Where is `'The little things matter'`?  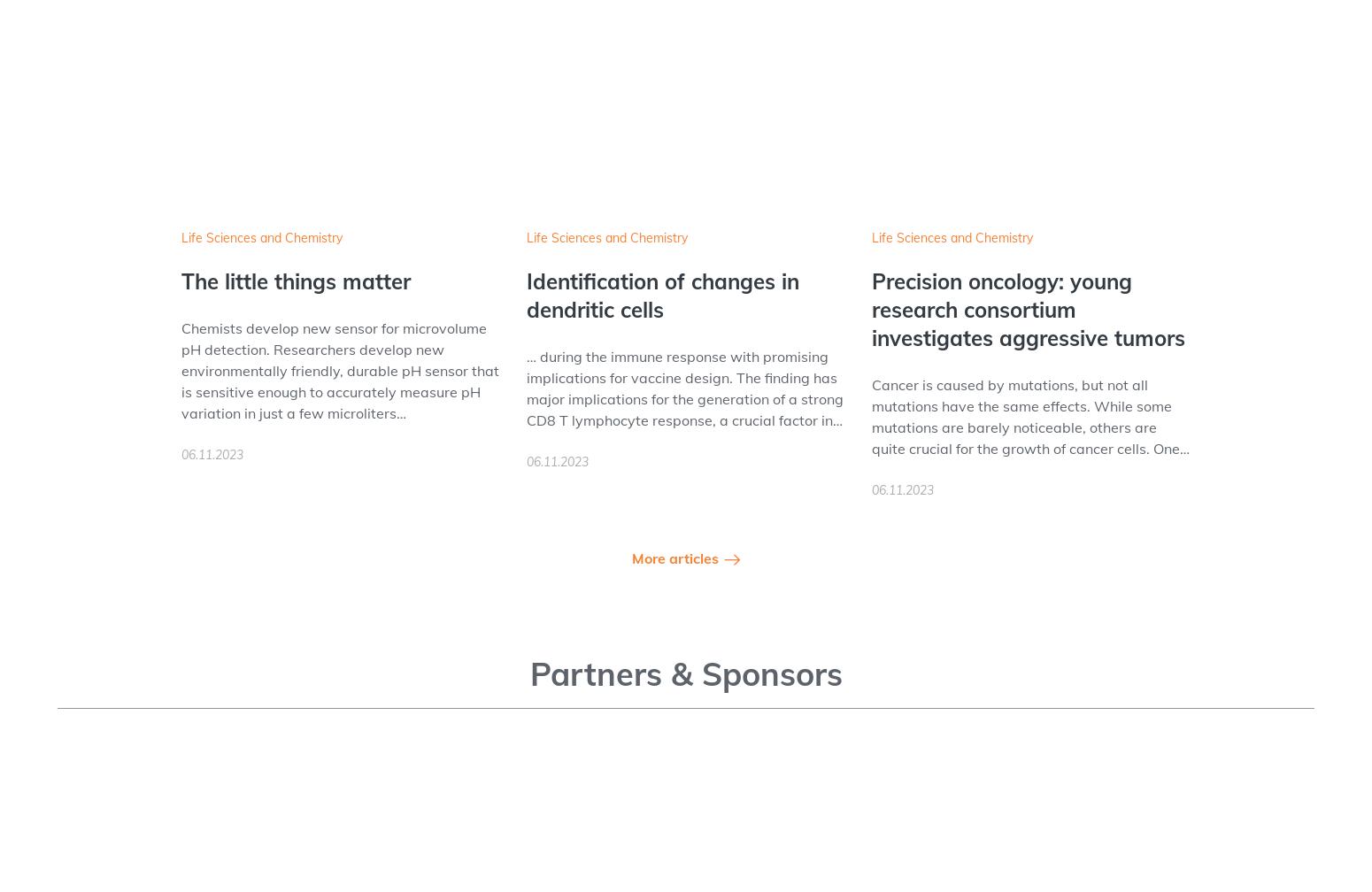 'The little things matter' is located at coordinates (295, 281).